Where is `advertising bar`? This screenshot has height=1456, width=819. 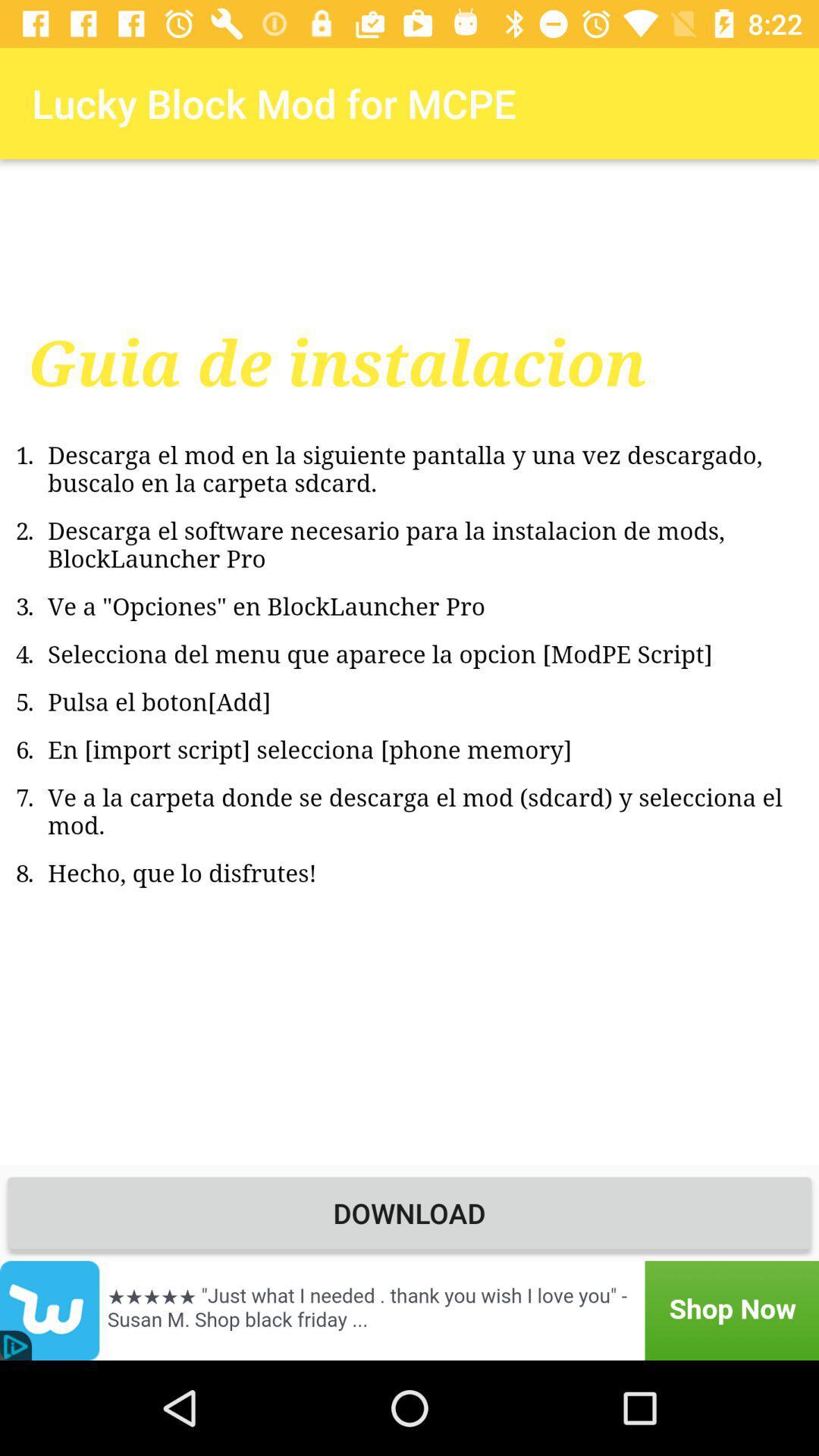 advertising bar is located at coordinates (409, 1310).